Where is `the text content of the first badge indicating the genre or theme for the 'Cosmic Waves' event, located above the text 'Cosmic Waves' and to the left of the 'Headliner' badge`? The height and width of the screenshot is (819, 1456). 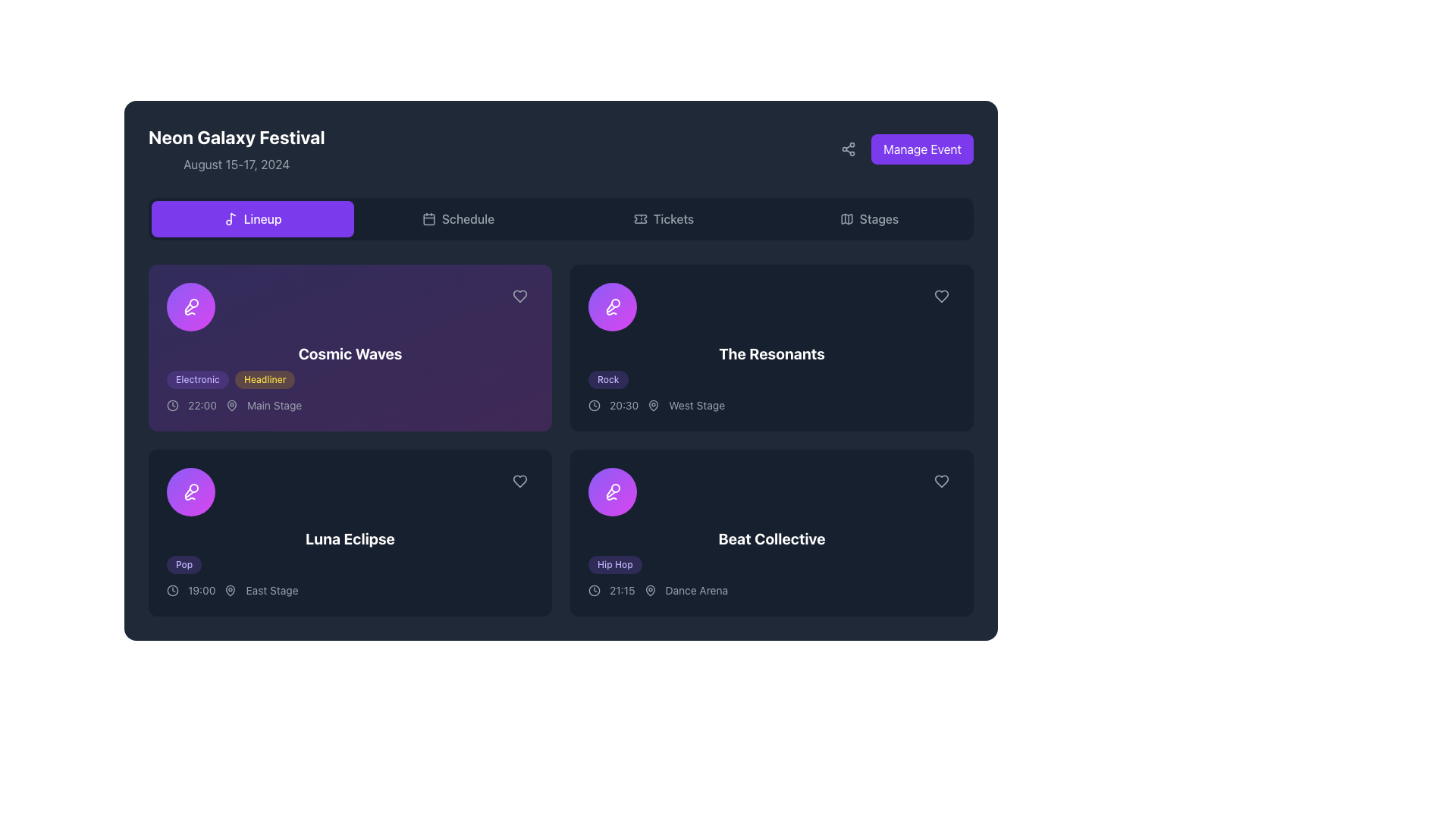
the text content of the first badge indicating the genre or theme for the 'Cosmic Waves' event, located above the text 'Cosmic Waves' and to the left of the 'Headliner' badge is located at coordinates (196, 379).